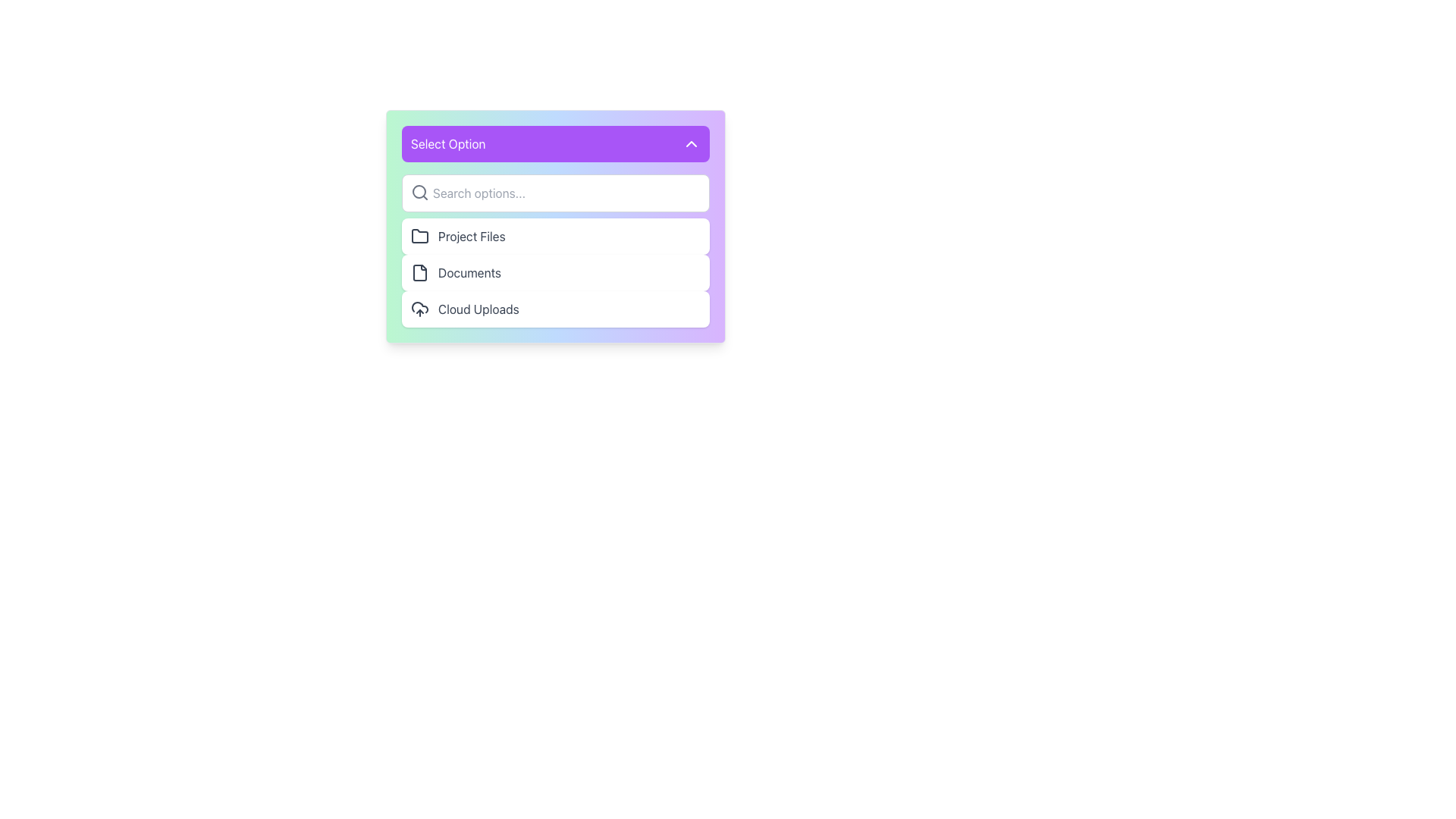  What do you see at coordinates (555, 271) in the screenshot?
I see `the 'Documents' selectable list item within the dropdown menu` at bounding box center [555, 271].